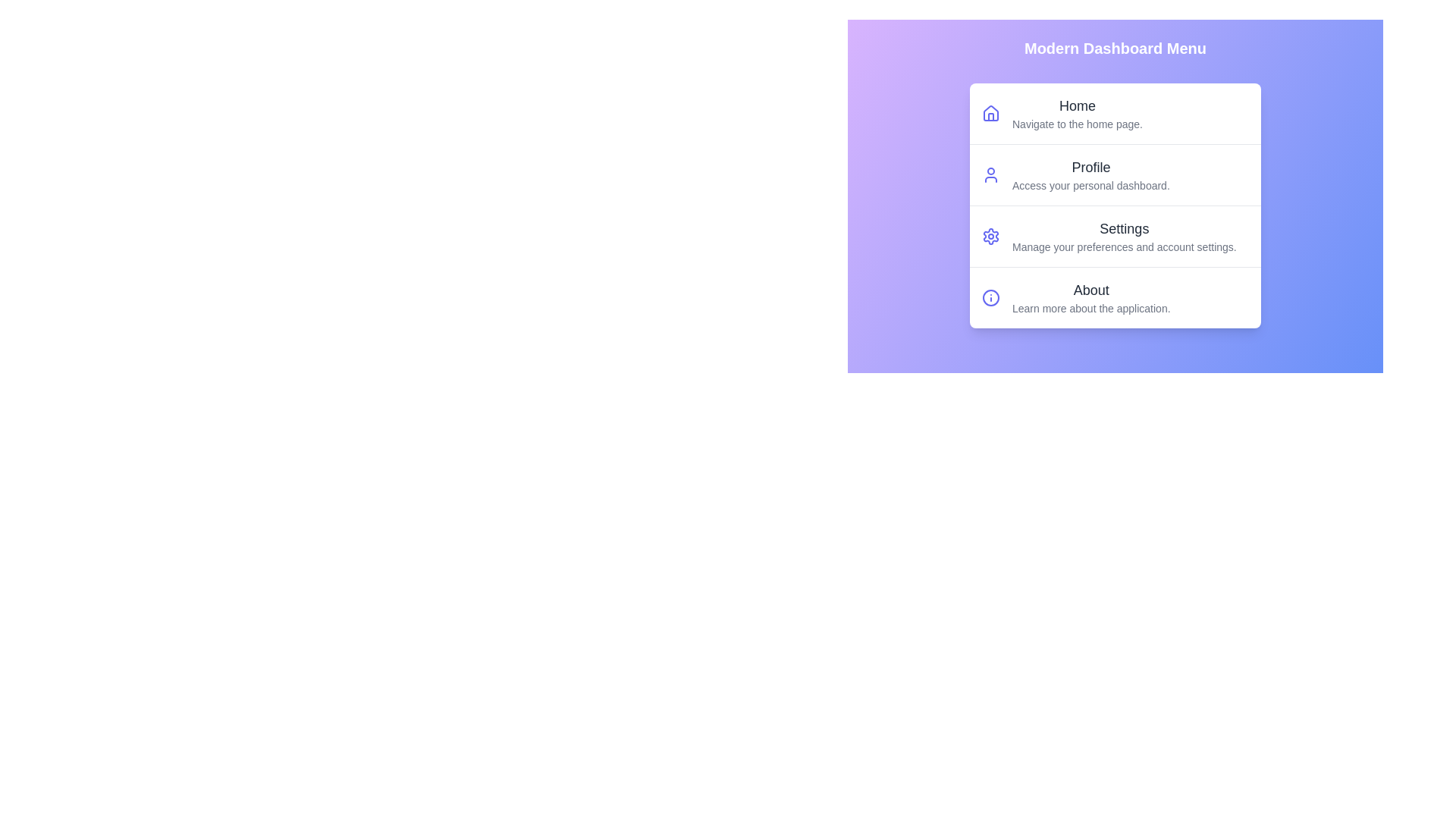 The width and height of the screenshot is (1456, 819). I want to click on the menu item corresponding to About, so click(1115, 297).